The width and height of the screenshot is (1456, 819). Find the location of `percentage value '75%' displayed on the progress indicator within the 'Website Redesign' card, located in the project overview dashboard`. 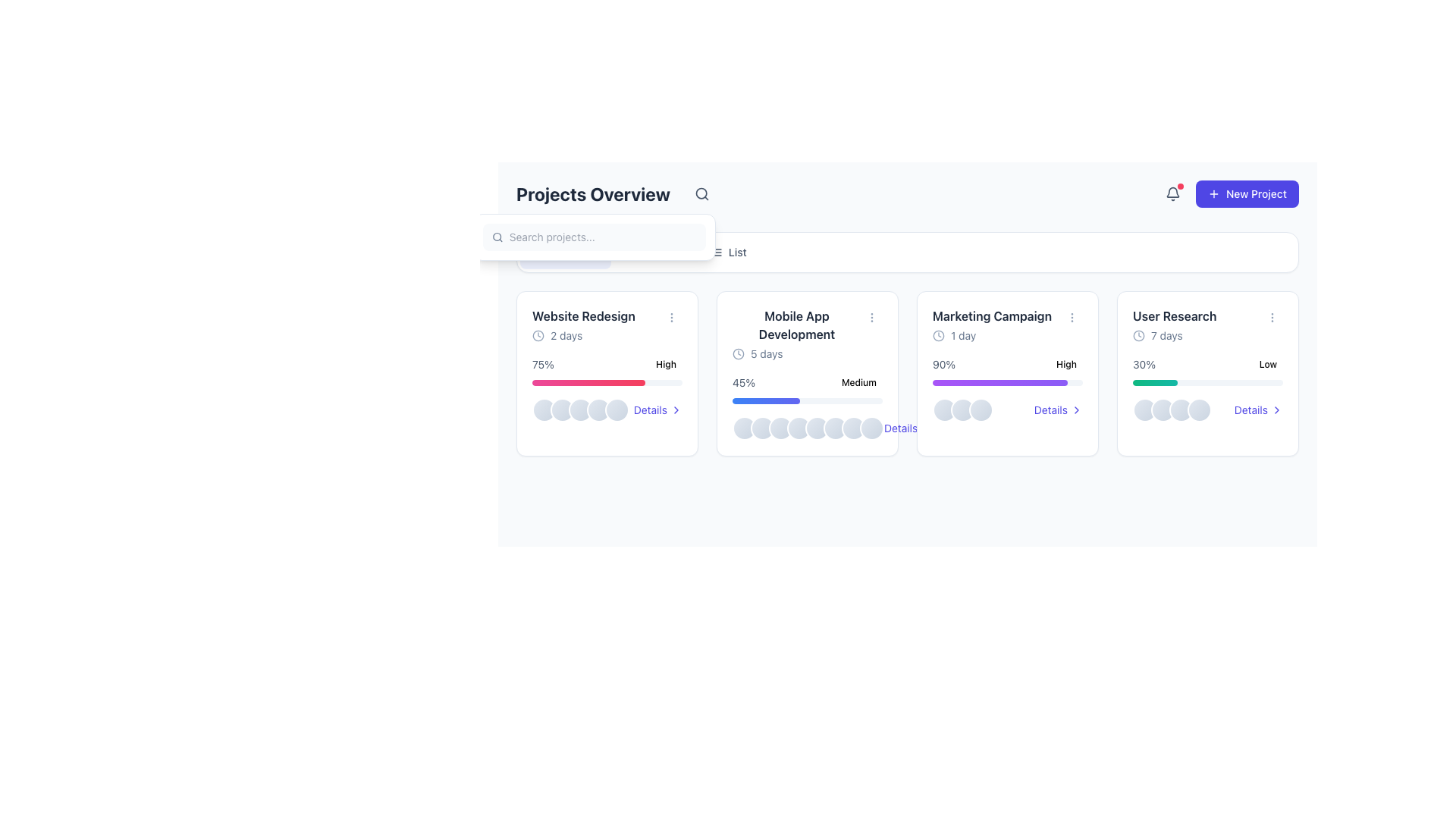

percentage value '75%' displayed on the progress indicator within the 'Website Redesign' card, located in the project overview dashboard is located at coordinates (607, 371).